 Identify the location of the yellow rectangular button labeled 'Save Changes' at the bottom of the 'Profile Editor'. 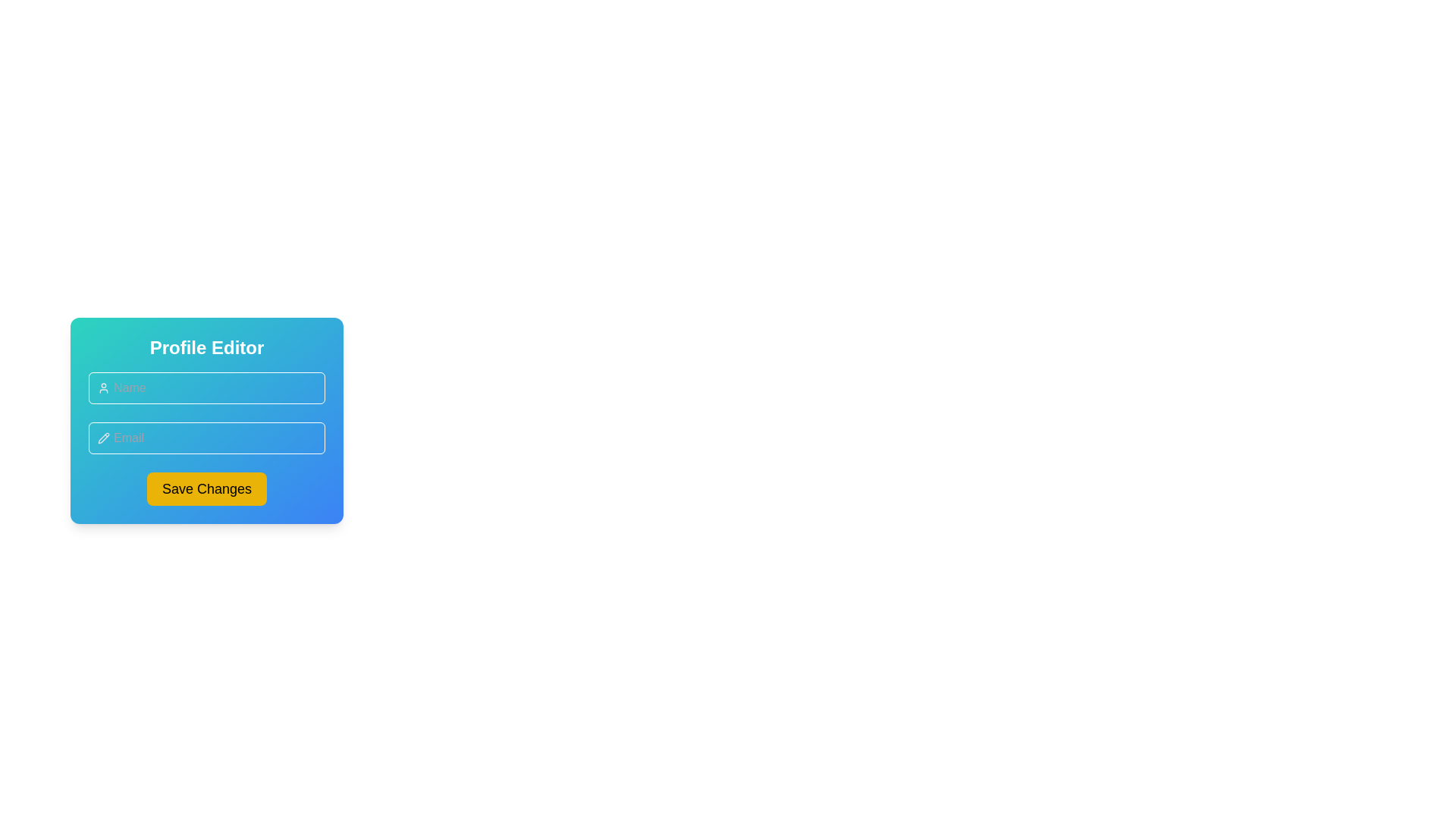
(206, 488).